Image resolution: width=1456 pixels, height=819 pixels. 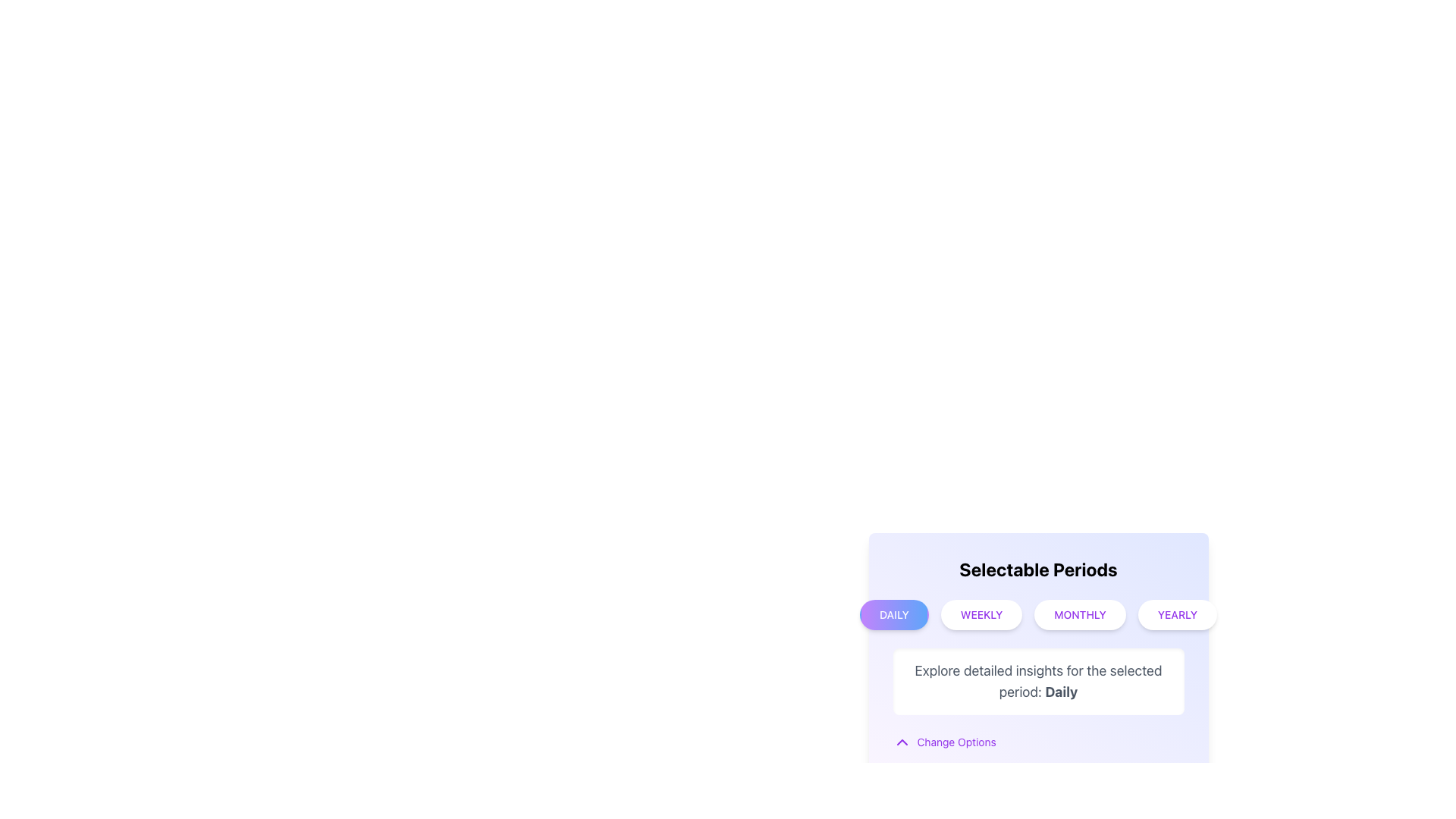 What do you see at coordinates (1037, 680) in the screenshot?
I see `descriptive static text located in the lower section of the 'Selectable Periods' card, which provides context about the selected period` at bounding box center [1037, 680].